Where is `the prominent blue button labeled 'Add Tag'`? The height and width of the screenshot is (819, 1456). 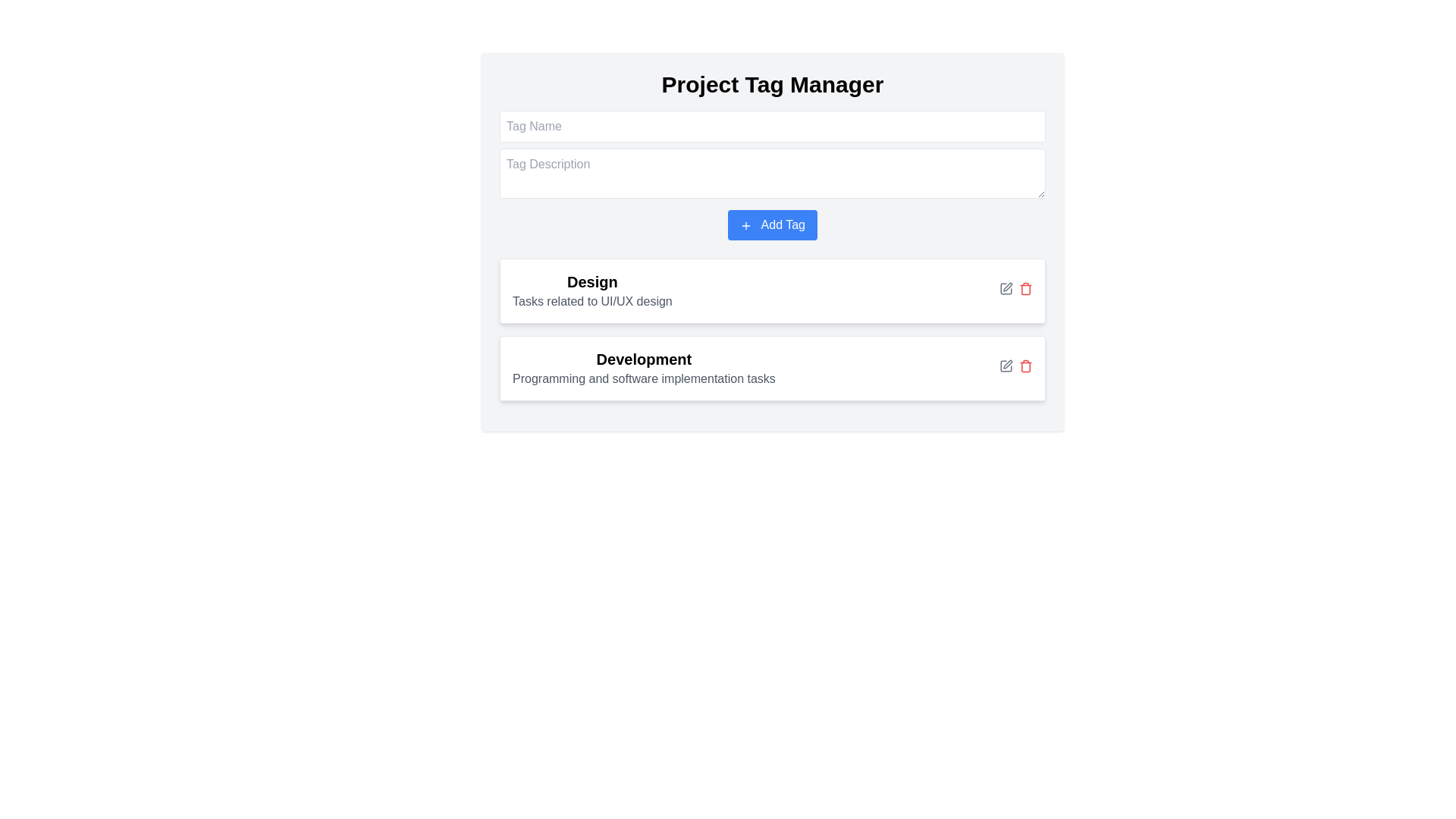 the prominent blue button labeled 'Add Tag' is located at coordinates (772, 241).